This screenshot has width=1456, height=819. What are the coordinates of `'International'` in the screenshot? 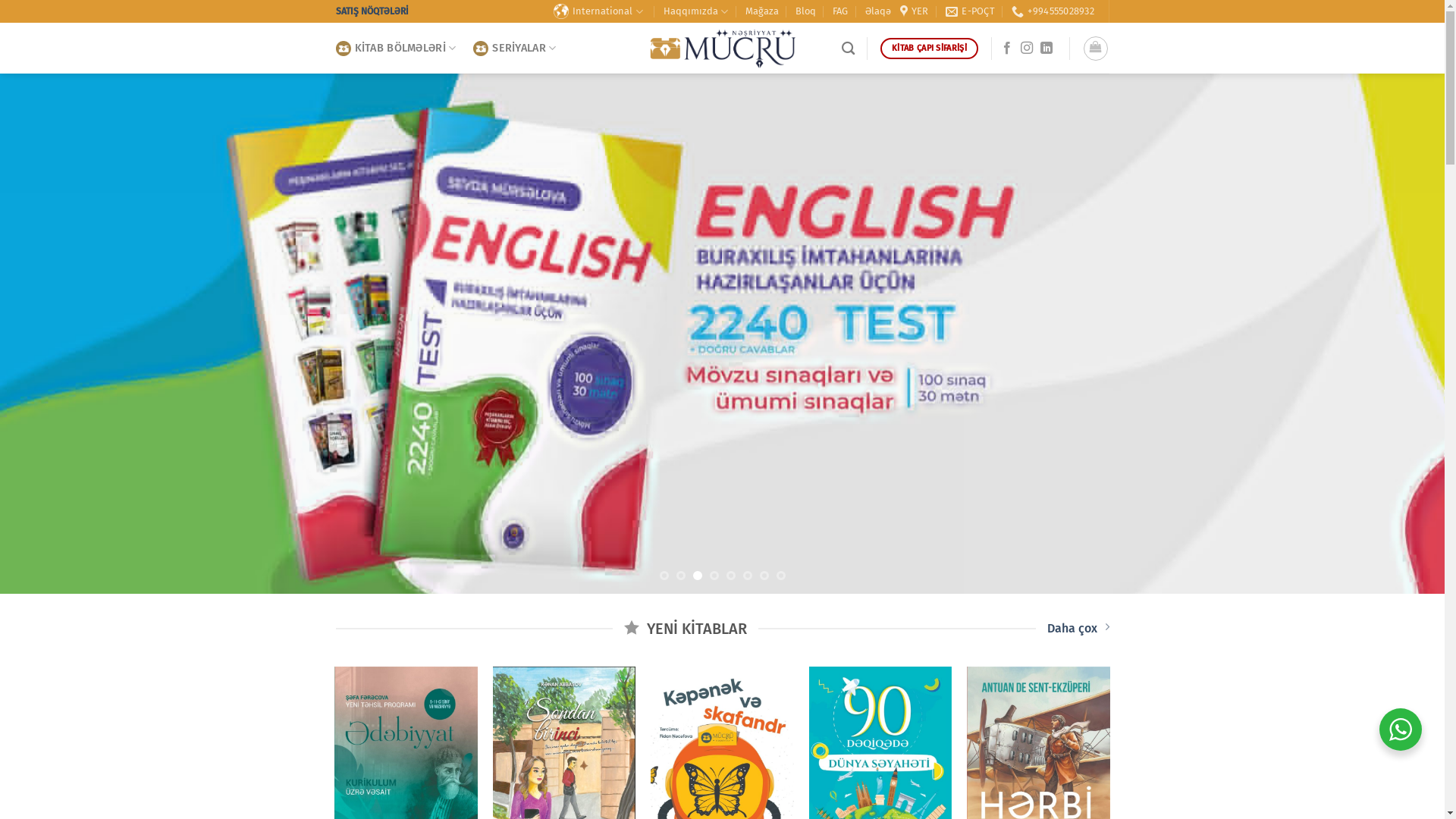 It's located at (599, 11).